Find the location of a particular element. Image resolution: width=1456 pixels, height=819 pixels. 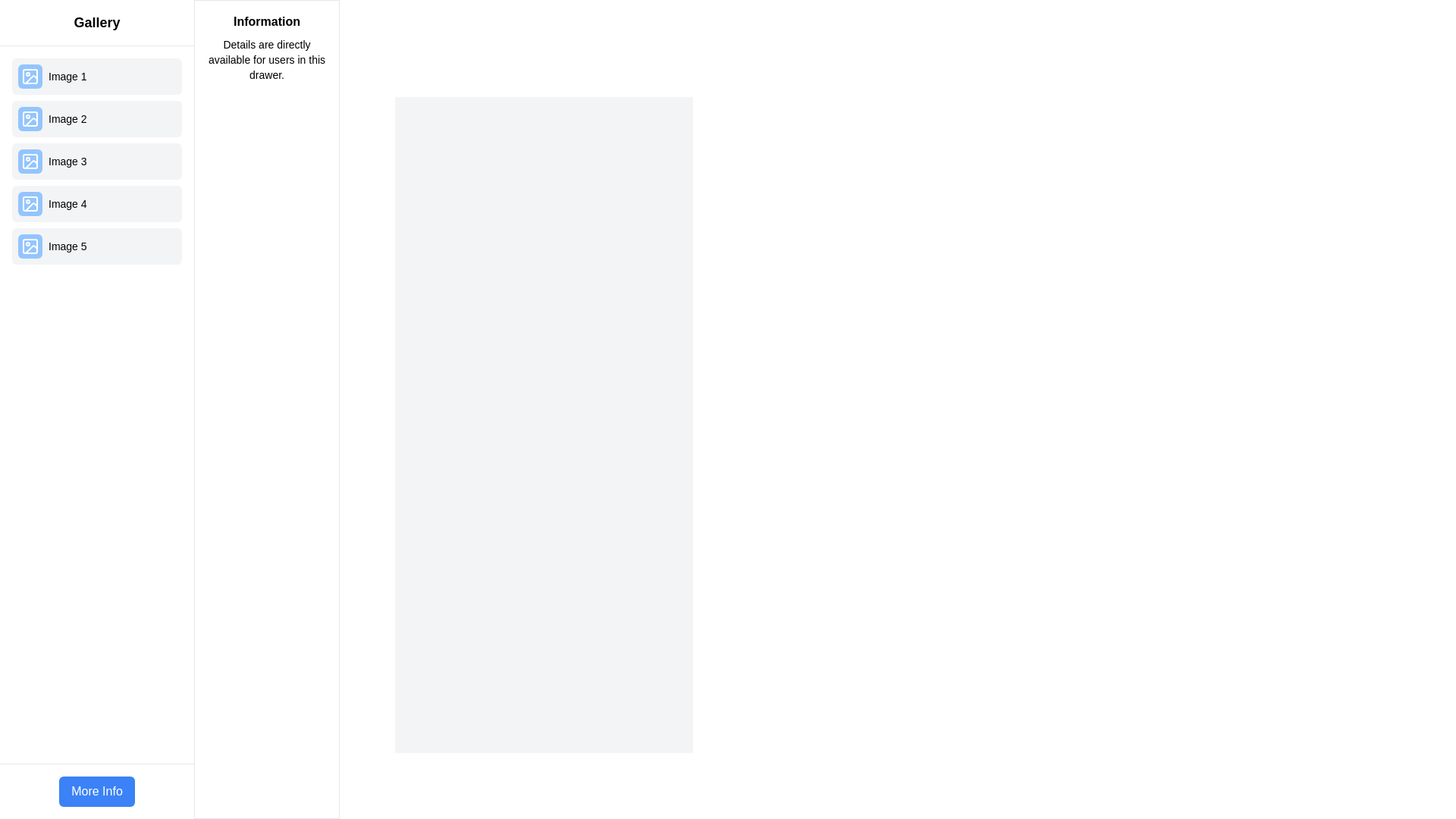

the icon representing 'Image 4' located in the fourth row of the vertical gallery list on the left pane is located at coordinates (30, 203).